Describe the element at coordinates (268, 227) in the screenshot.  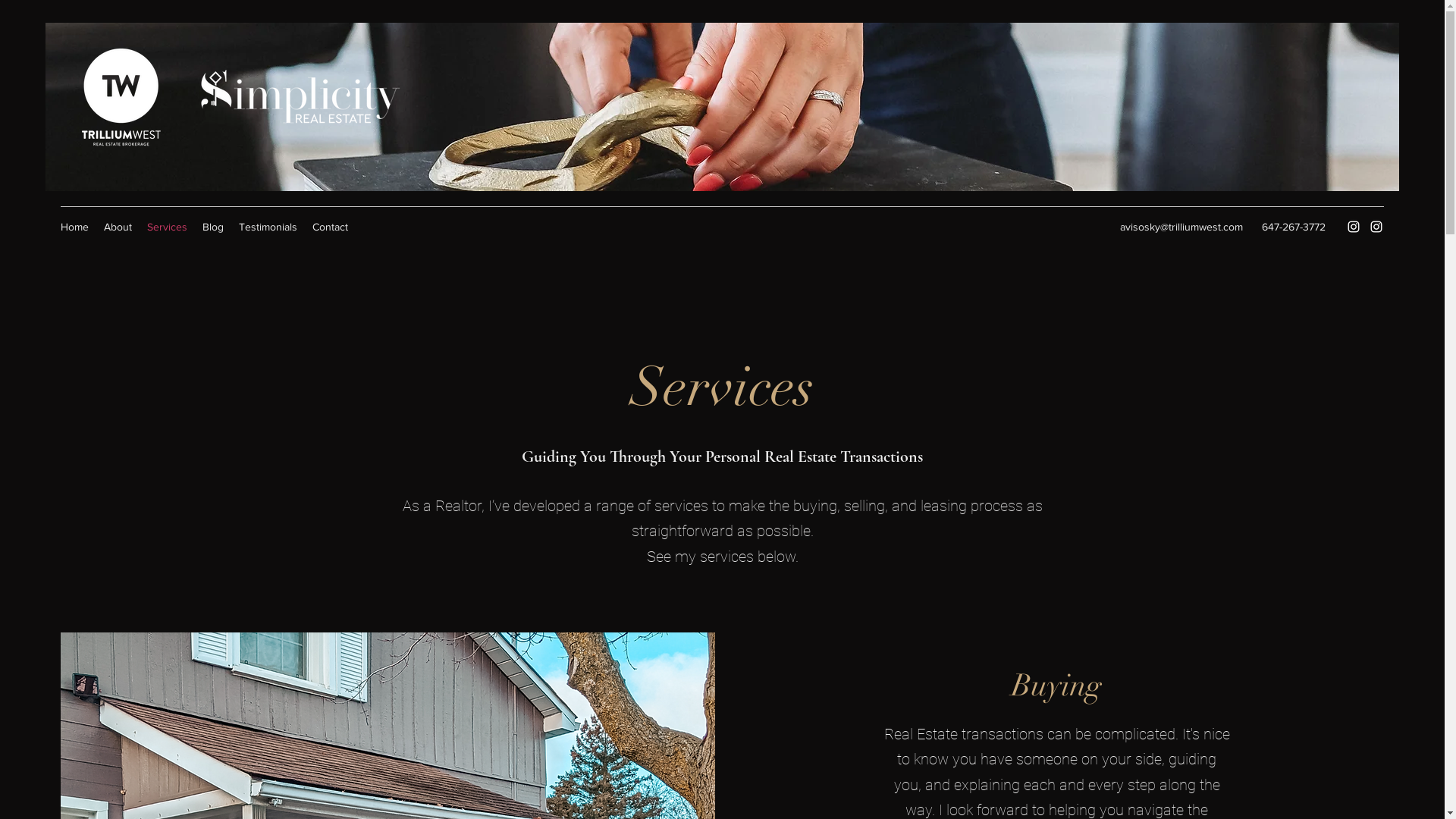
I see `'Testimonials'` at that location.